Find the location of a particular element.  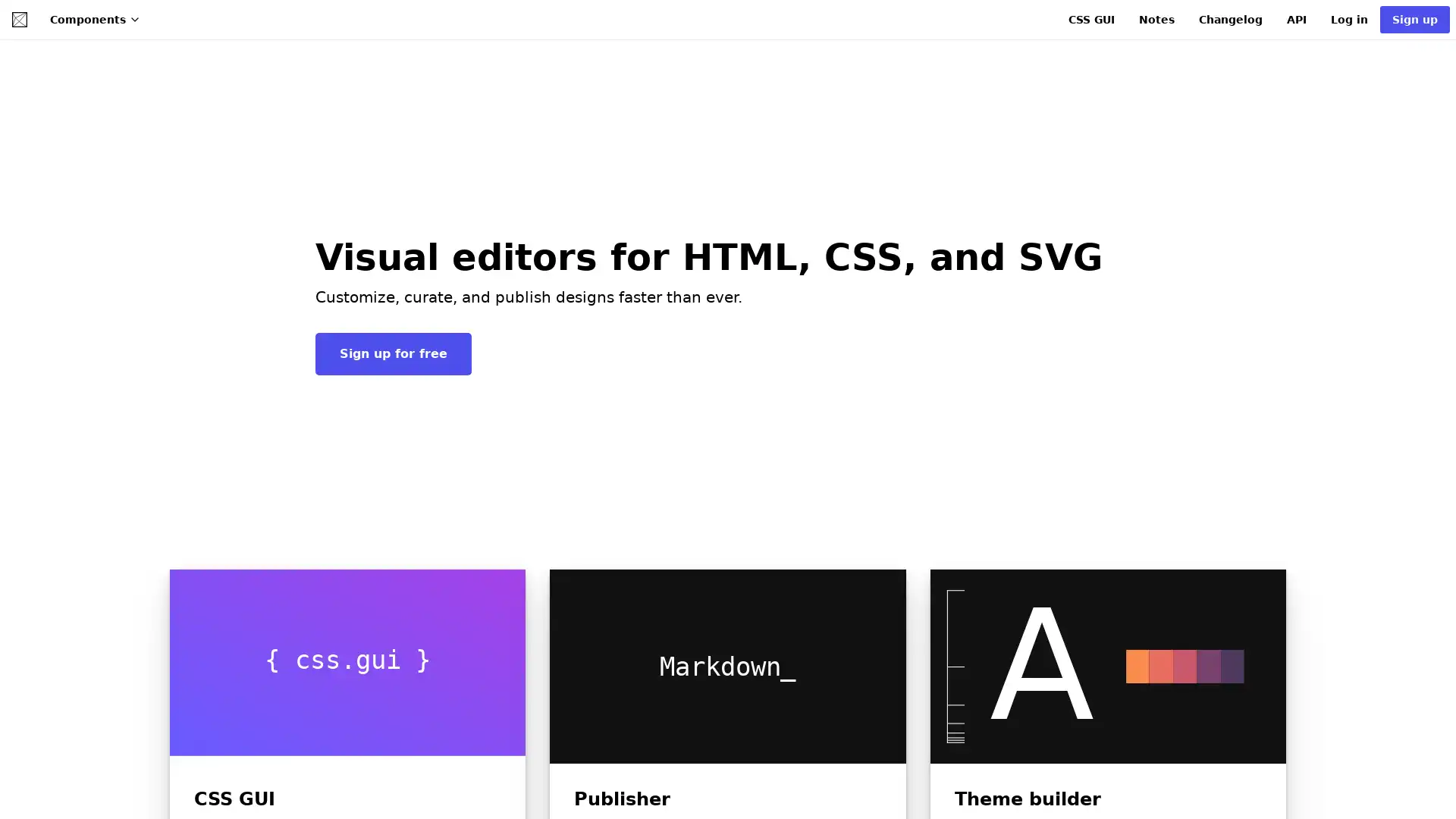

Components is located at coordinates (94, 20).